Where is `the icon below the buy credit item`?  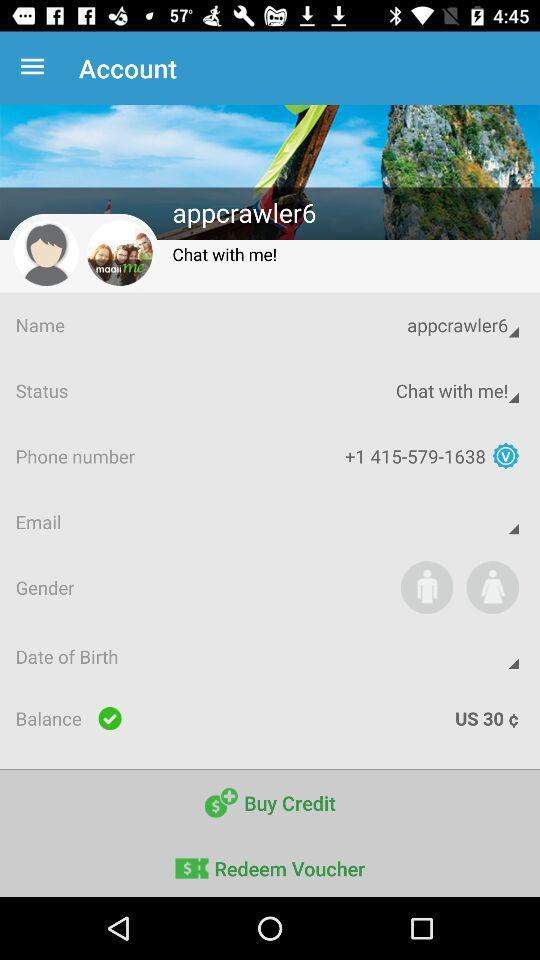
the icon below the buy credit item is located at coordinates (270, 865).